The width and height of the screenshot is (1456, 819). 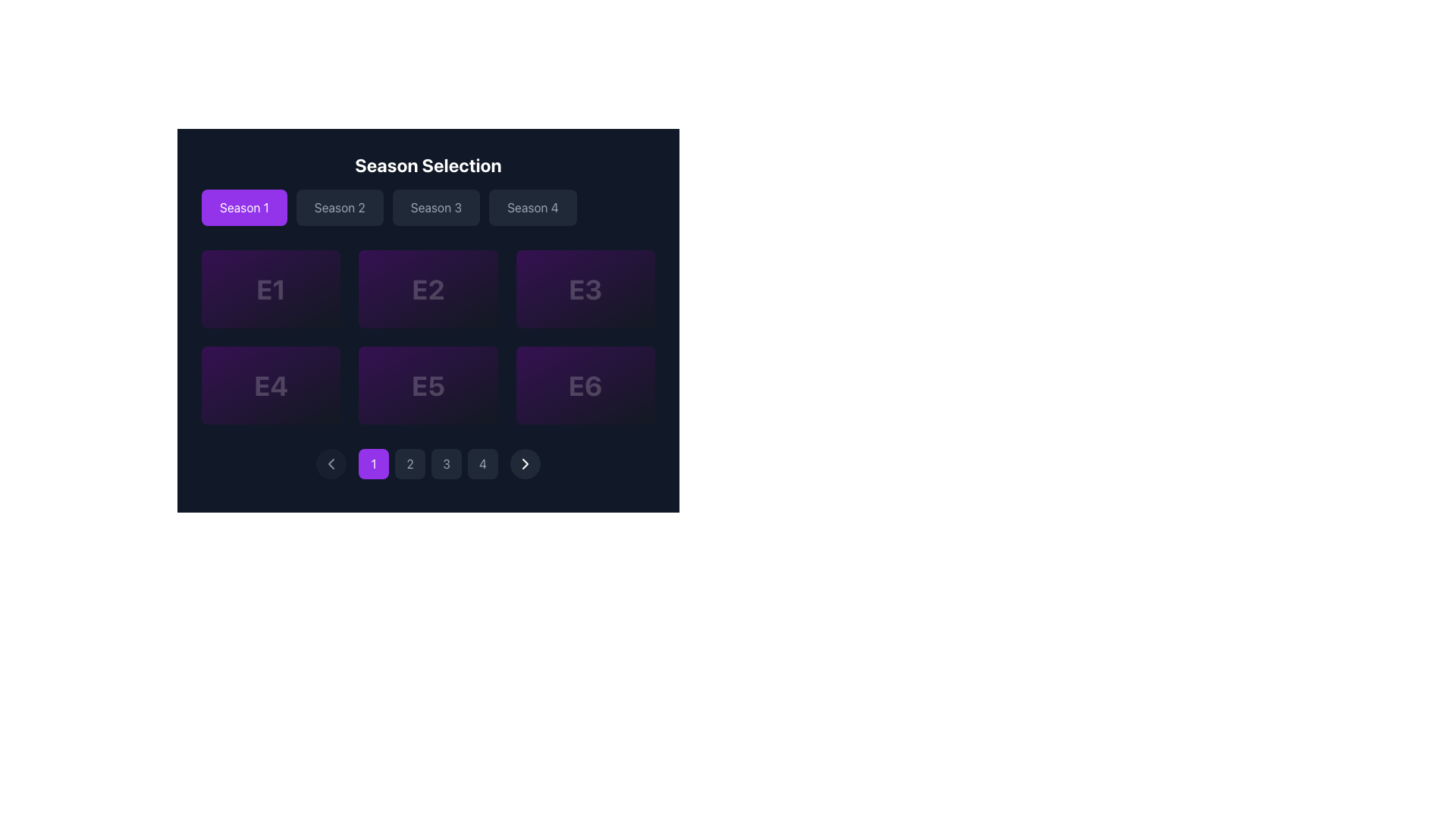 What do you see at coordinates (585, 384) in the screenshot?
I see `the Text Display element representing an episode selection option in the Season Selection section, located in the third row and third column of the grid layout` at bounding box center [585, 384].